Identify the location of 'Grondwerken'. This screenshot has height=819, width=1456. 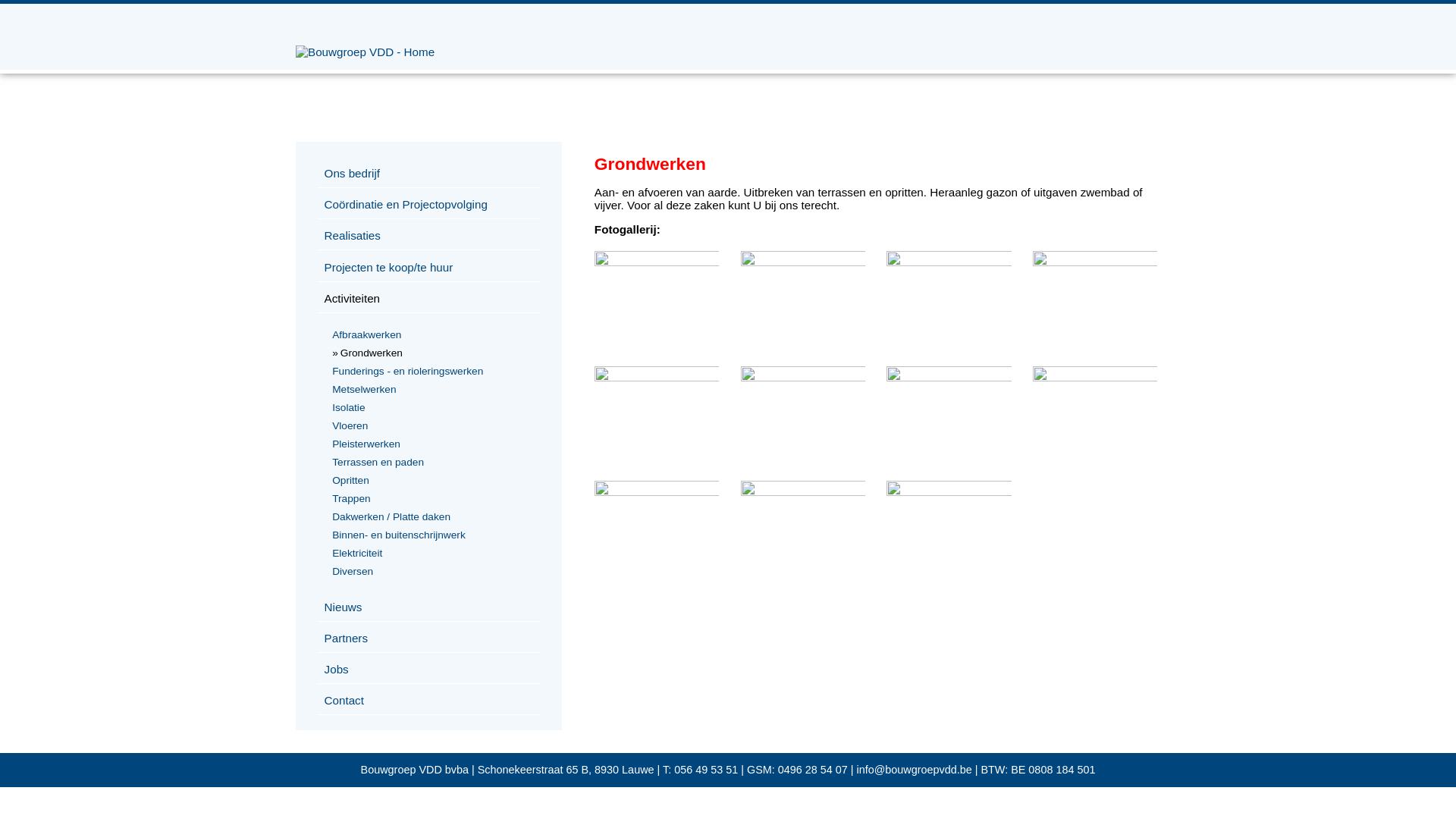
(886, 261).